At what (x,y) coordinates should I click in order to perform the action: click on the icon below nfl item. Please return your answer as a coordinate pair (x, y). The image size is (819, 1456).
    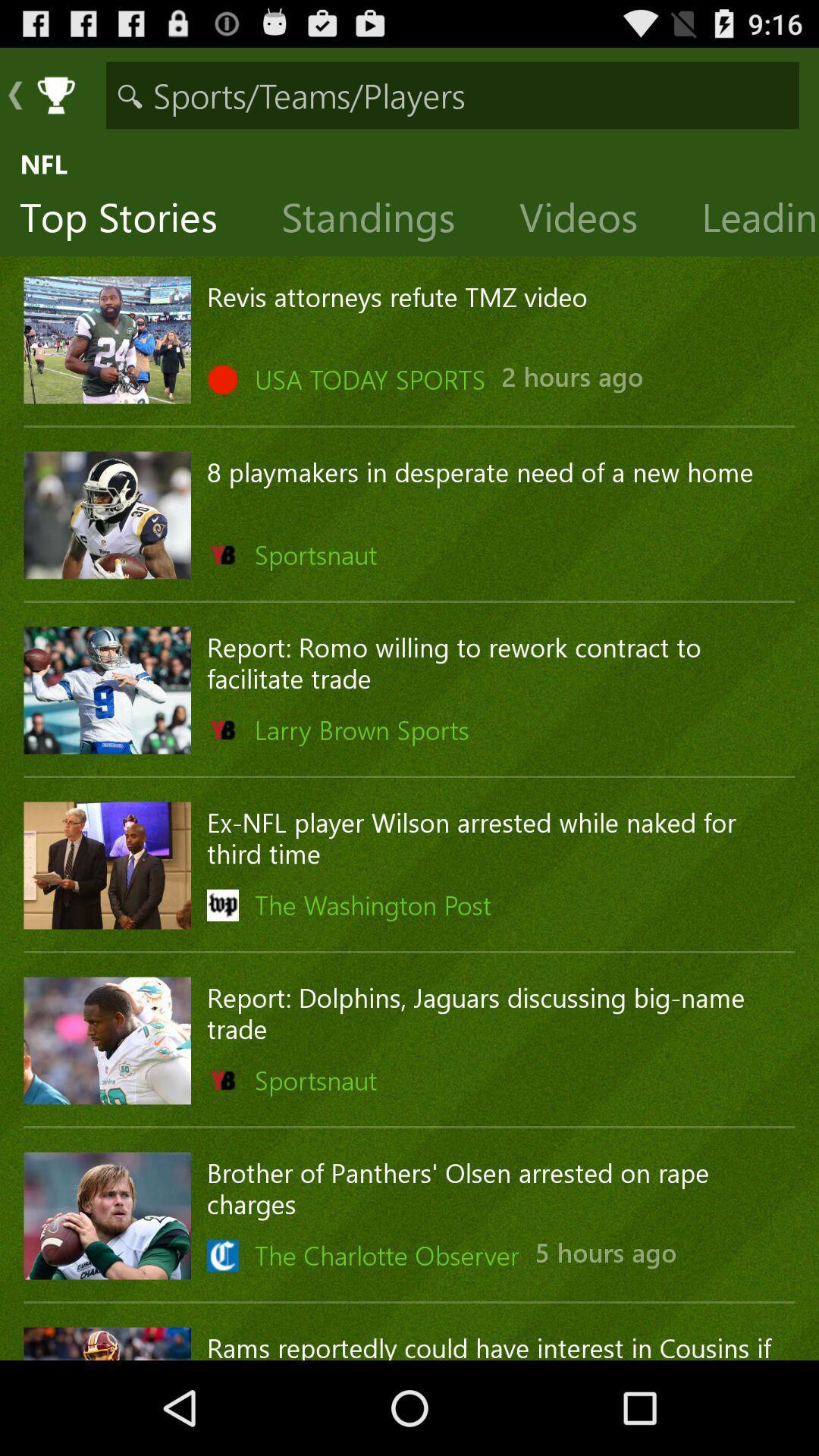
    Looking at the image, I should click on (130, 220).